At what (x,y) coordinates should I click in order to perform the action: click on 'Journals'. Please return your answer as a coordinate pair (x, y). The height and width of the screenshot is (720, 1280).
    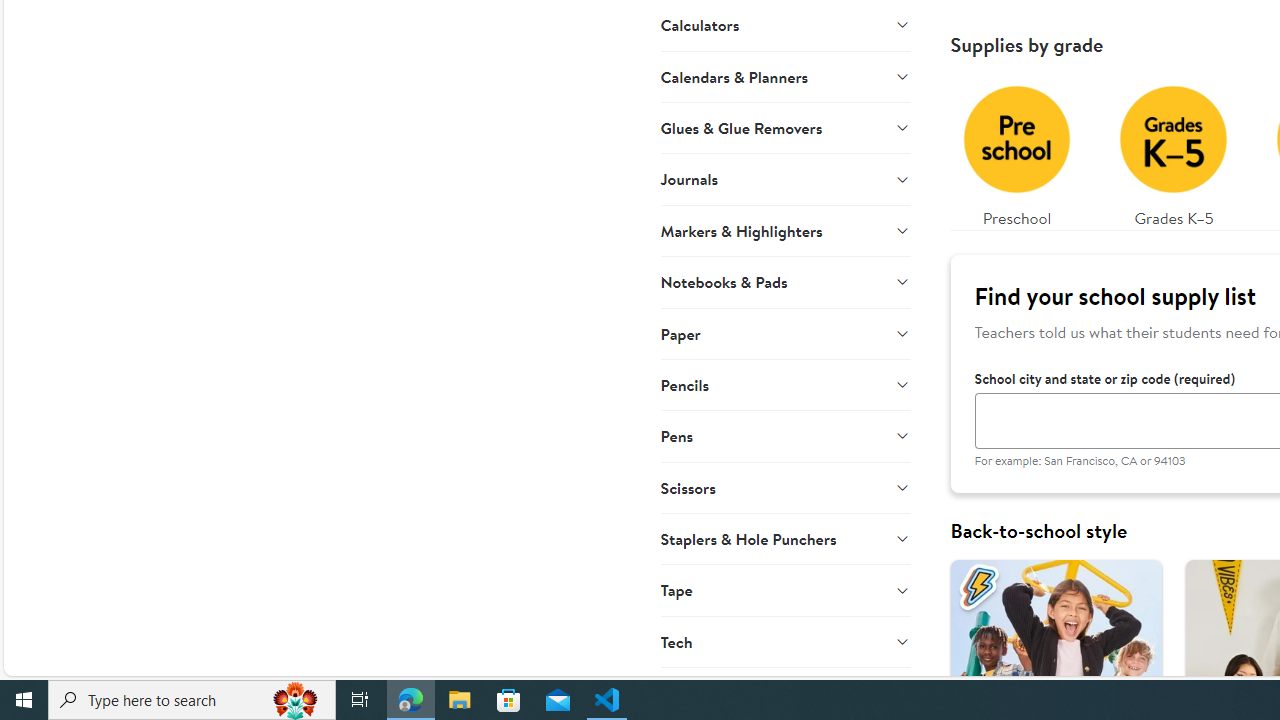
    Looking at the image, I should click on (784, 177).